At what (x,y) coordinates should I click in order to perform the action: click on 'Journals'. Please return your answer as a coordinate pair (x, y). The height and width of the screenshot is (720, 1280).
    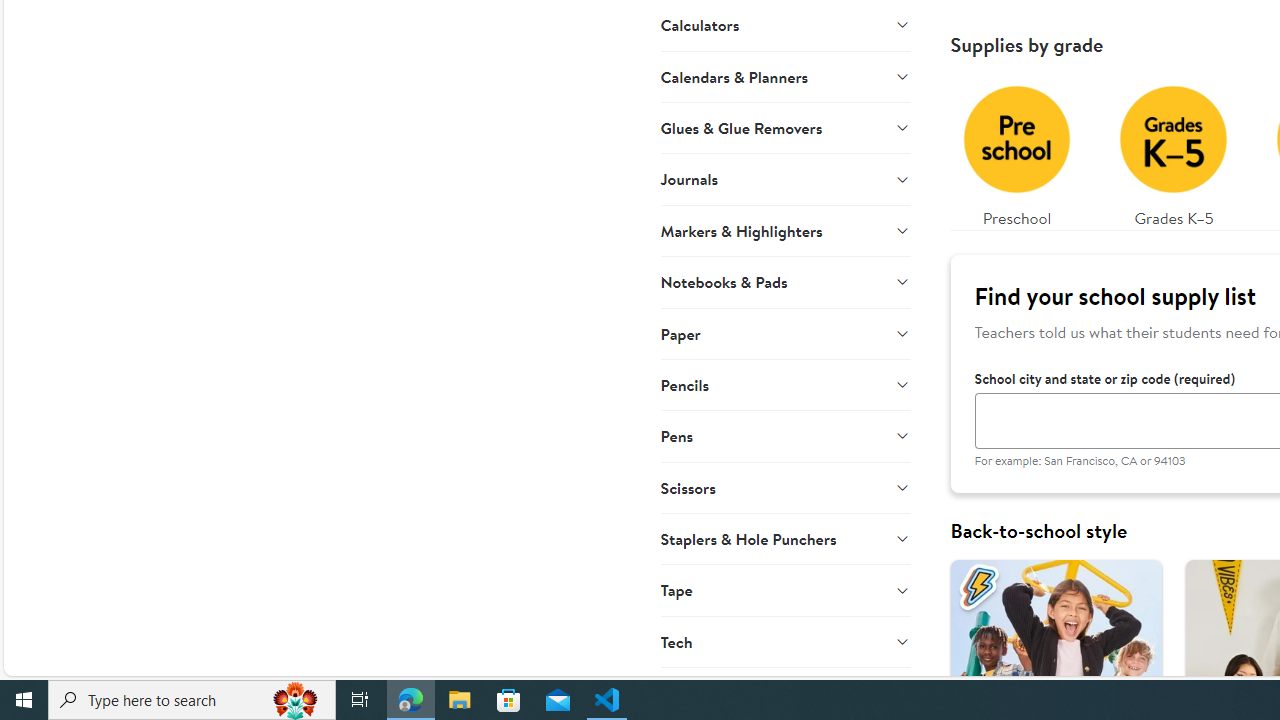
    Looking at the image, I should click on (784, 177).